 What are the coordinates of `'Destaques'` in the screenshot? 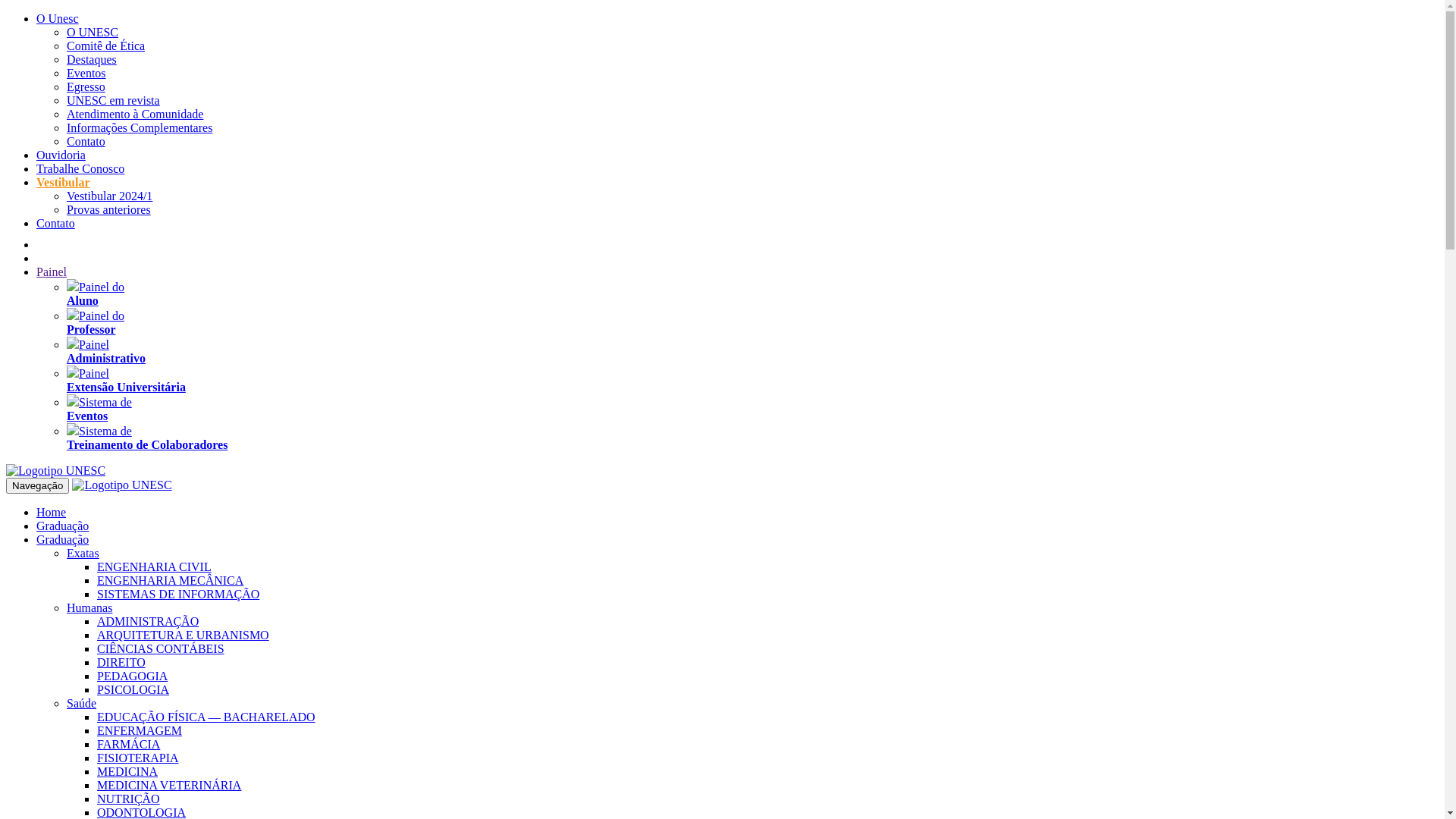 It's located at (90, 58).